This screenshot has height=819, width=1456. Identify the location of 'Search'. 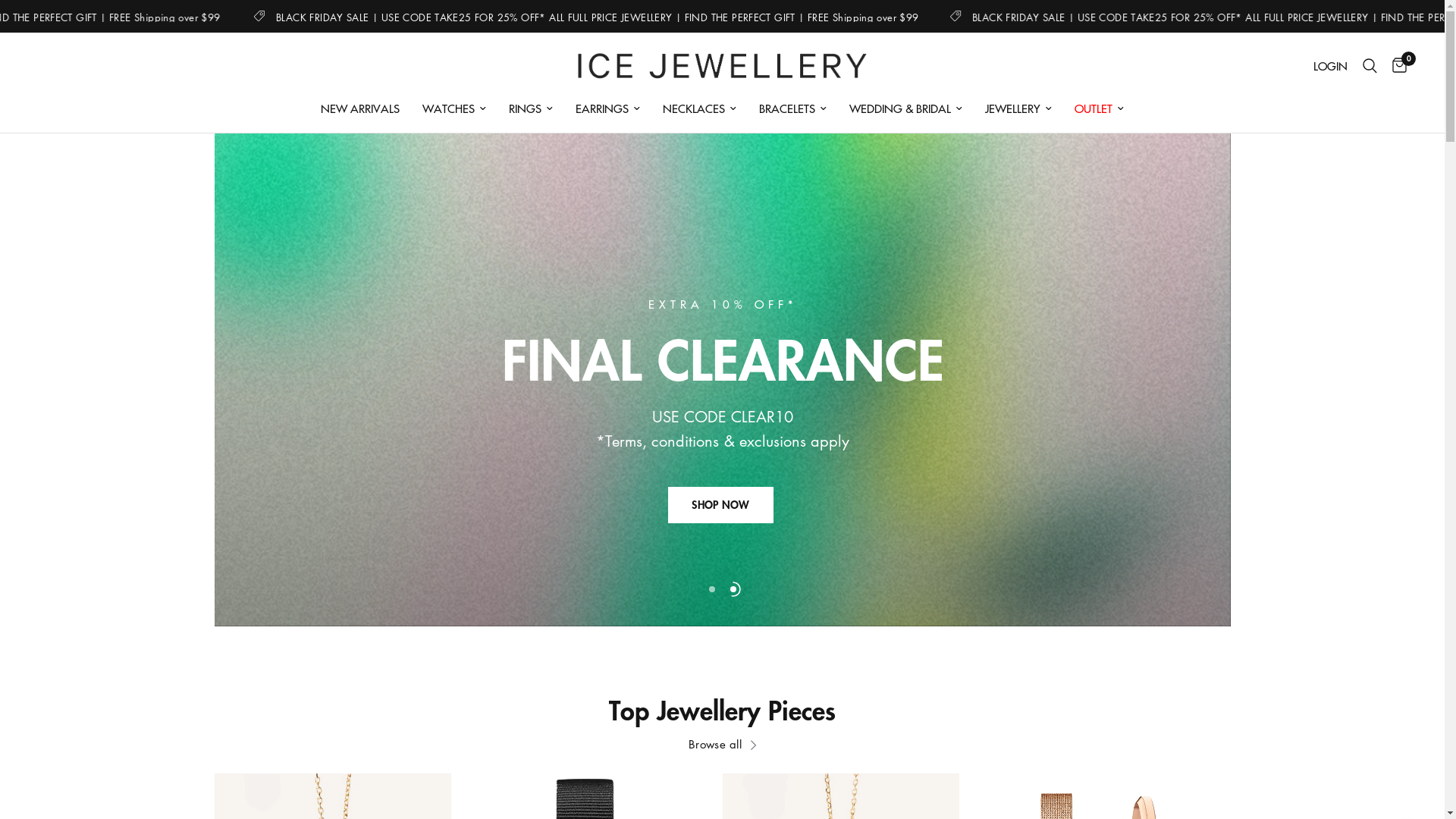
(1370, 65).